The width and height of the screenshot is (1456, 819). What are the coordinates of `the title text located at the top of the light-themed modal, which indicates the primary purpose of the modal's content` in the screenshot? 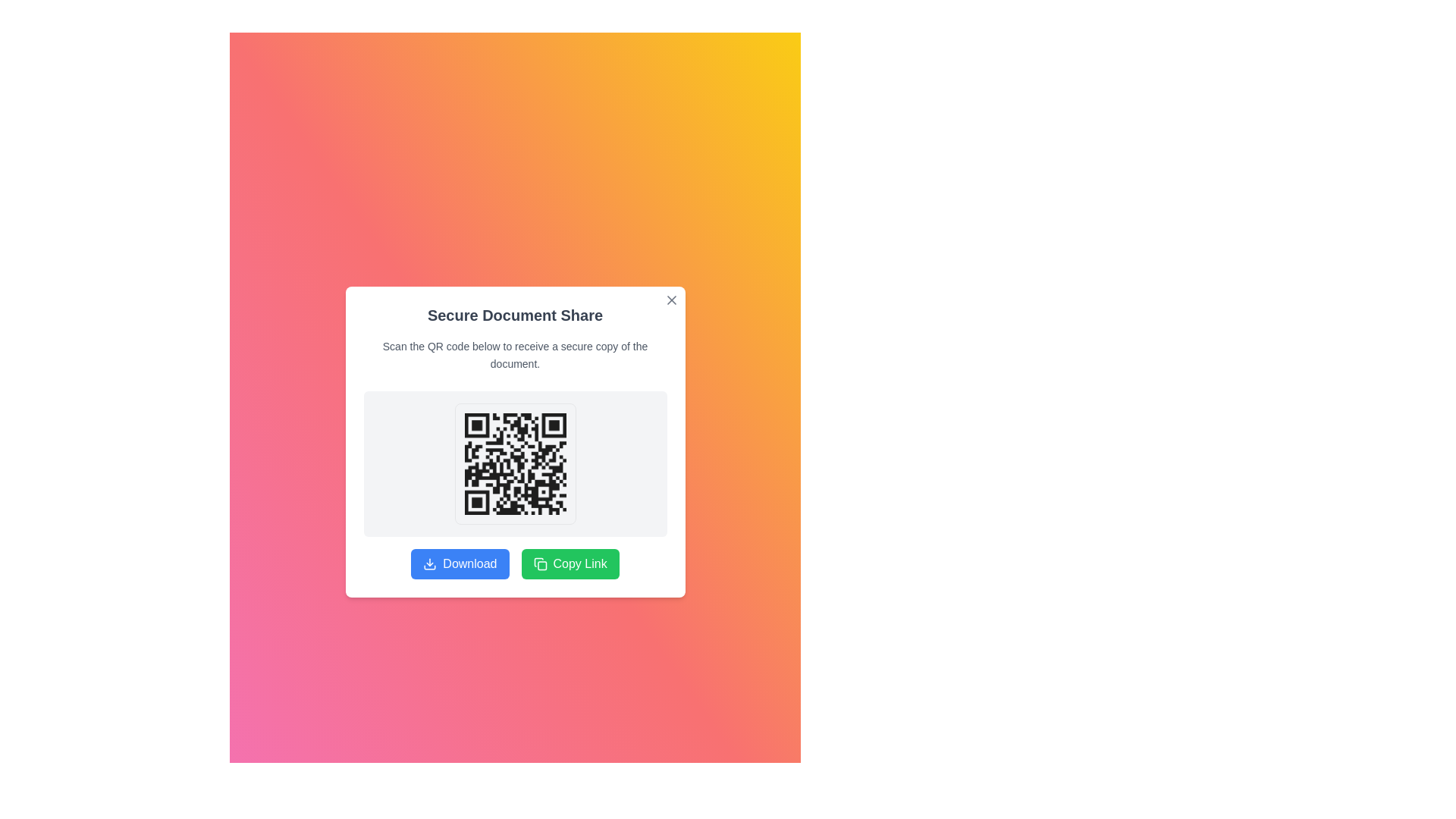 It's located at (515, 315).